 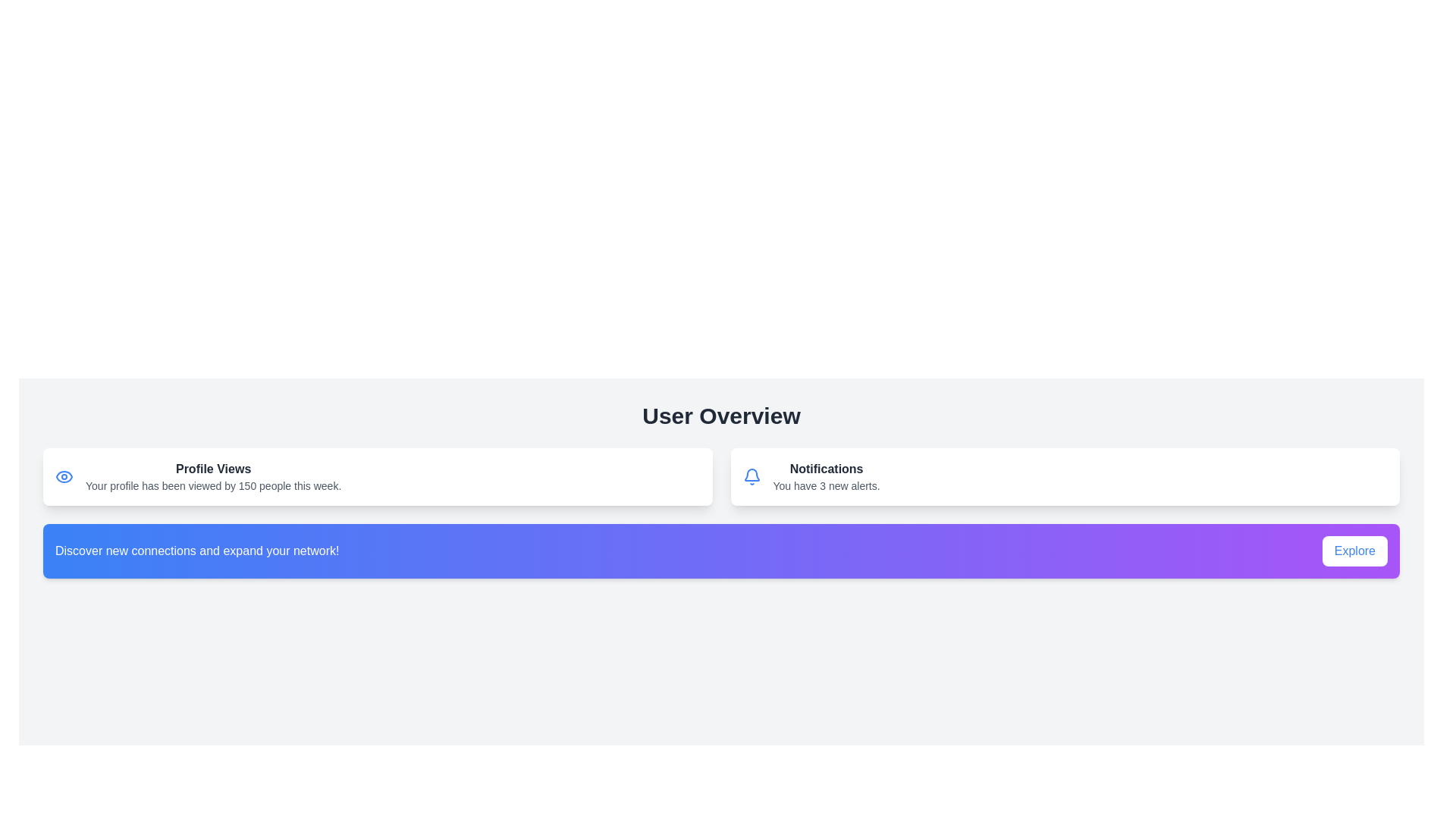 I want to click on the bell icon with a blue outline located in the top-left corner of the notification card labeled 'Notifications', so click(x=752, y=475).